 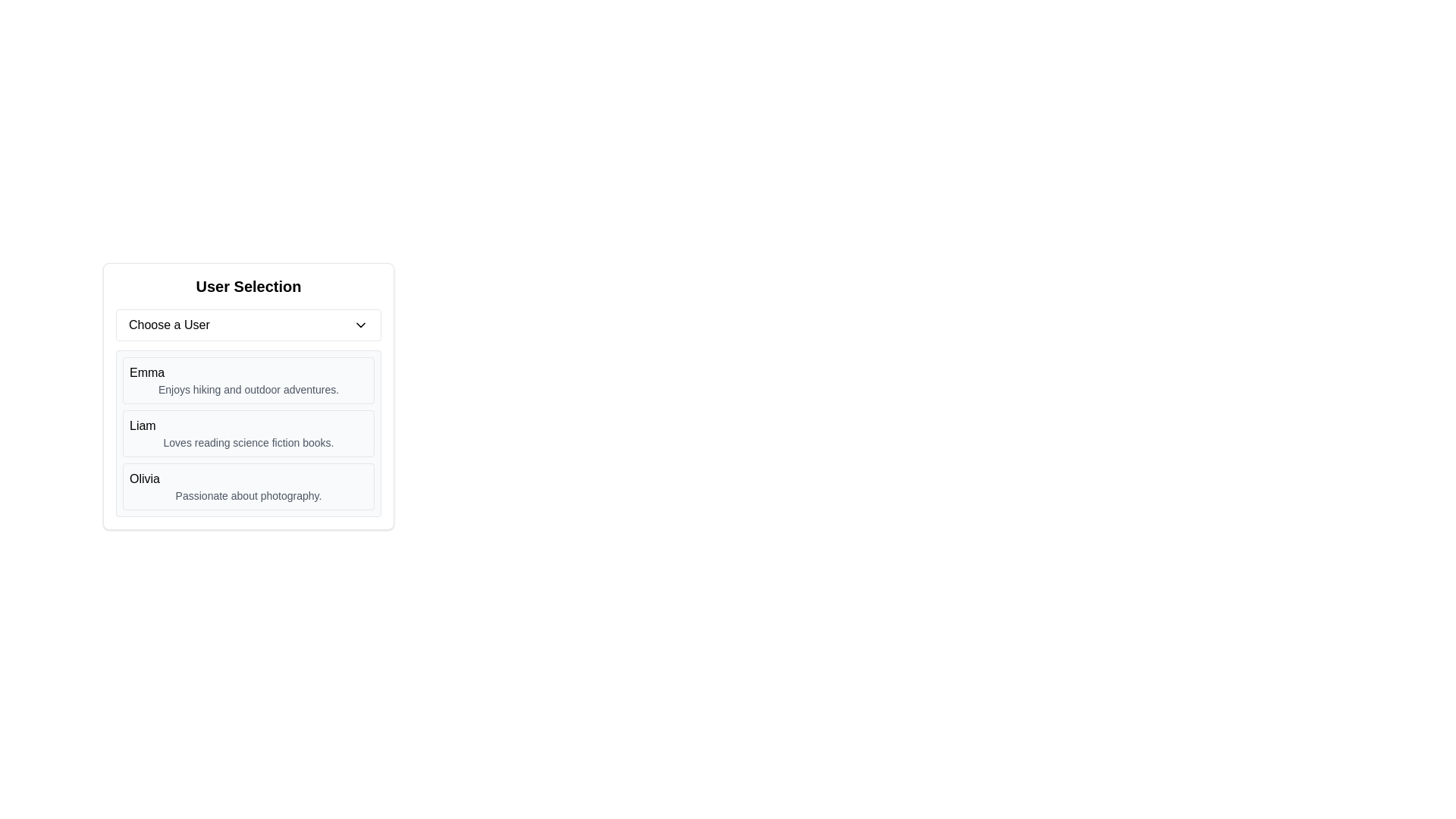 I want to click on the second selectable card displaying user information labeled 'Liam' in the vertical list of users beneath the 'Choose a User' dropdown, so click(x=248, y=433).